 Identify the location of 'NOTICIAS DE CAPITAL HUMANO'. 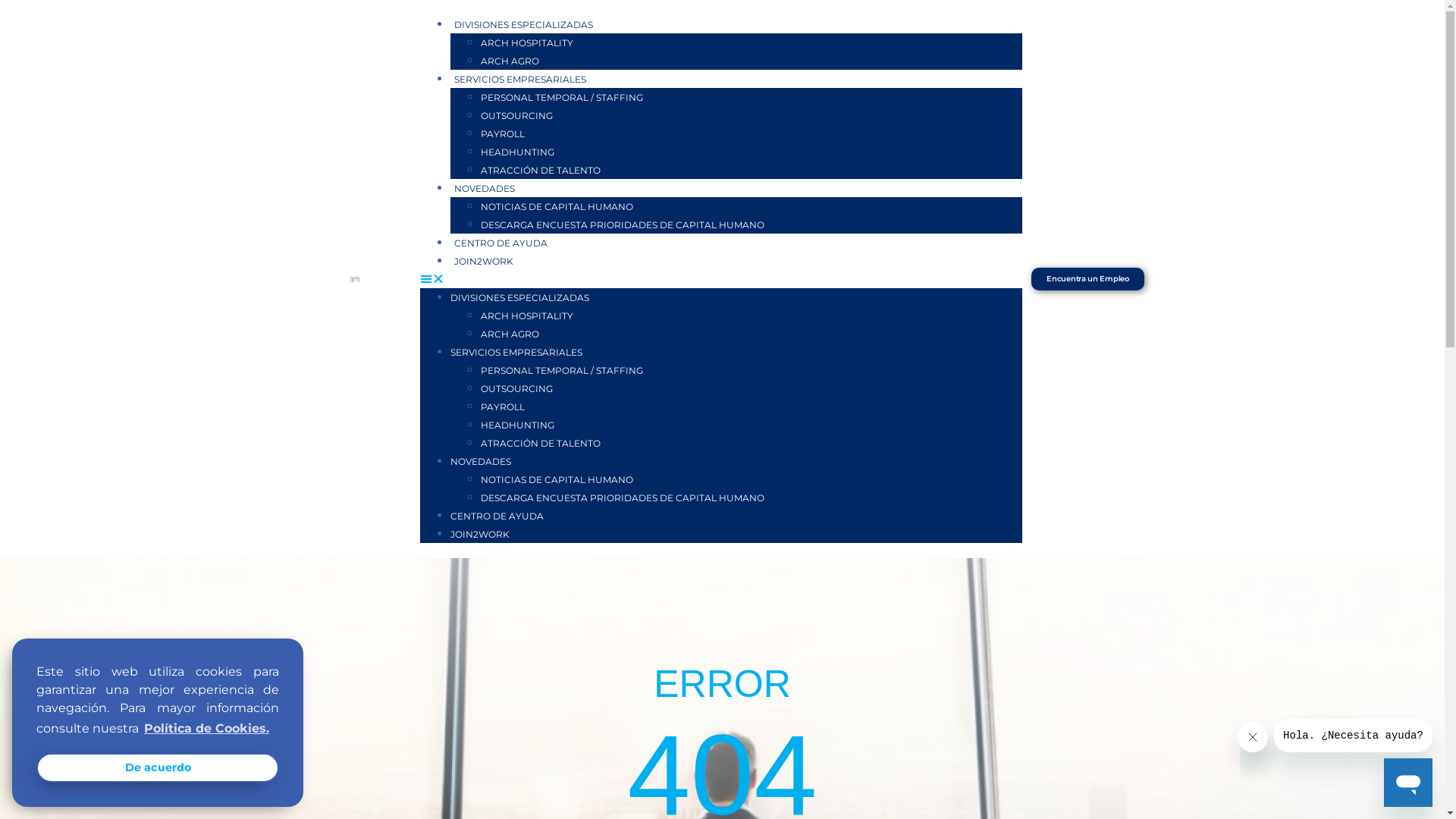
(479, 479).